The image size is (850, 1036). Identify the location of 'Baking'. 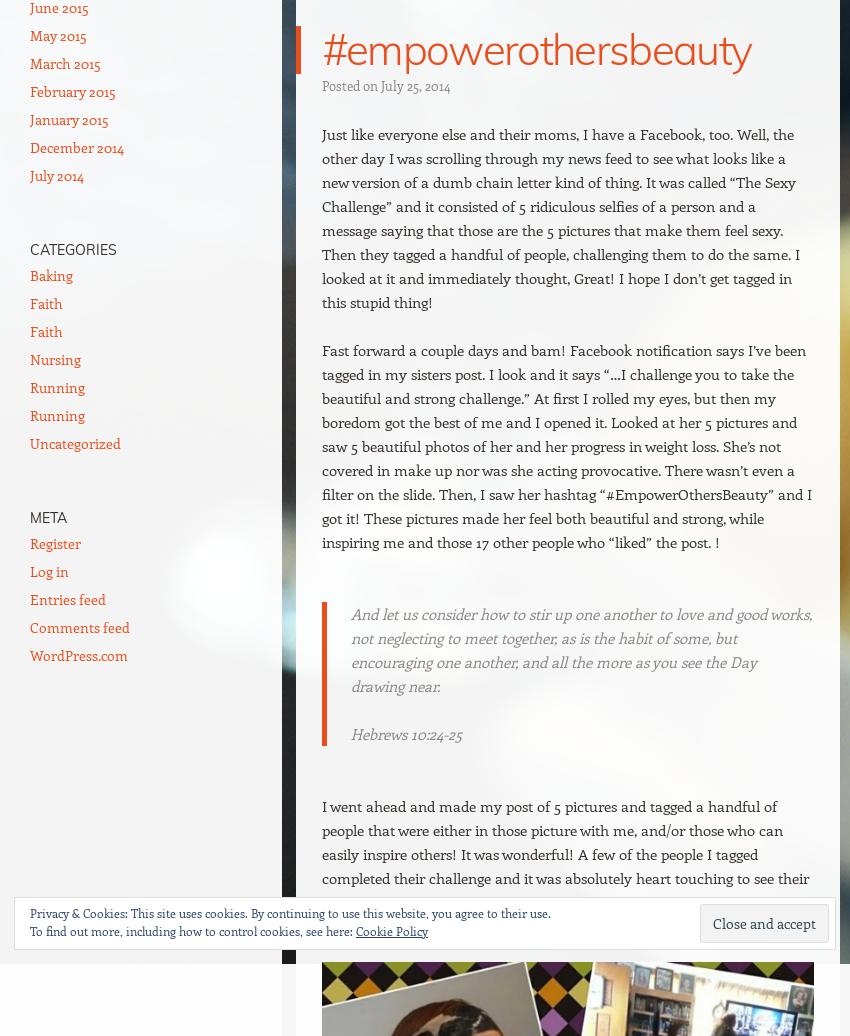
(51, 275).